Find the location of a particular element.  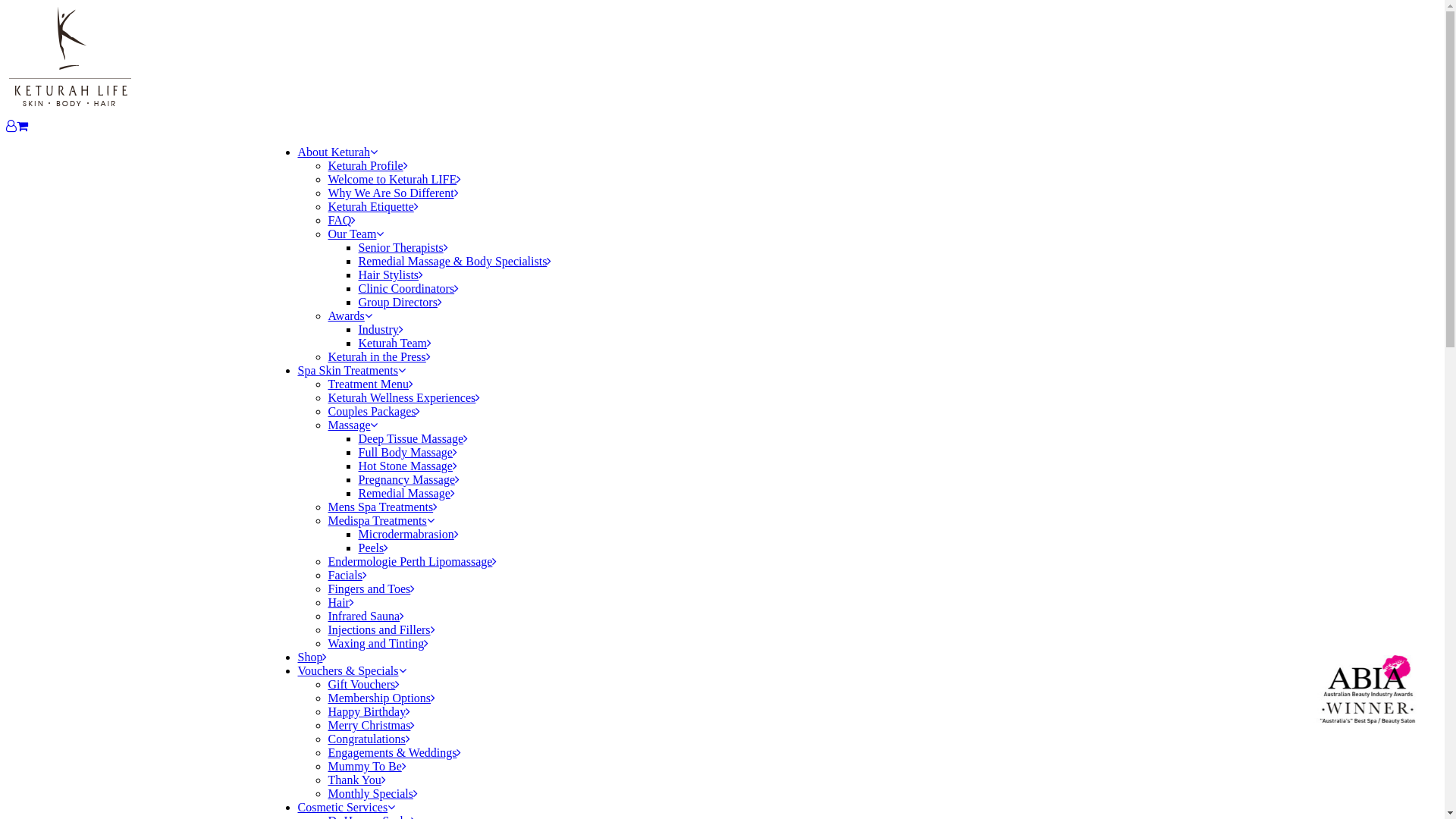

'Shop' is located at coordinates (311, 656).